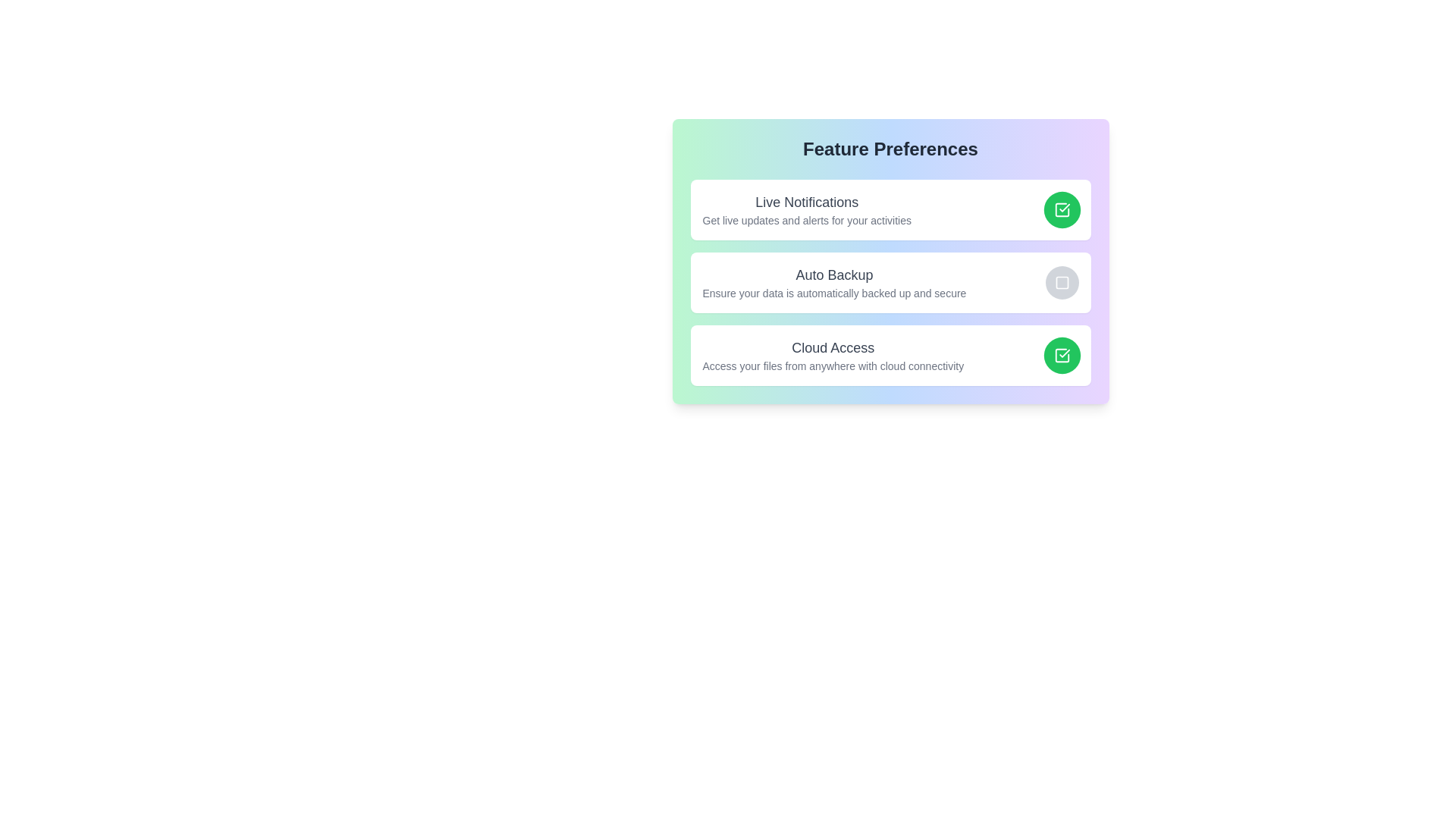 This screenshot has height=819, width=1456. I want to click on the text element that reads 'Get live updates and alerts for your activities', which is styled in a smaller gray font and located below the 'Live Notifications' header, so click(806, 220).